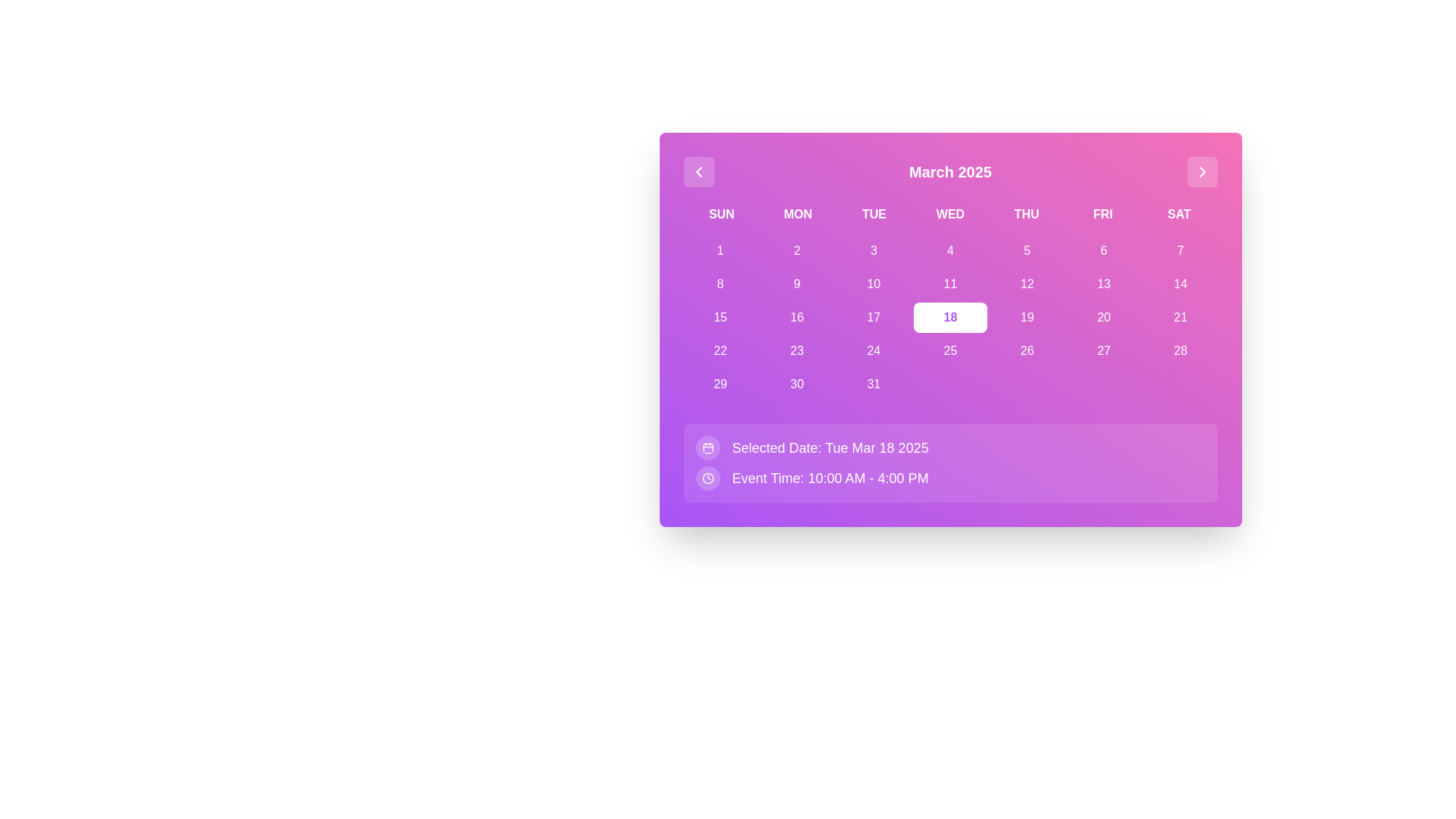 The height and width of the screenshot is (819, 1456). What do you see at coordinates (1027, 284) in the screenshot?
I see `the calendar cell displaying the number '12' located under the 'THU' column` at bounding box center [1027, 284].